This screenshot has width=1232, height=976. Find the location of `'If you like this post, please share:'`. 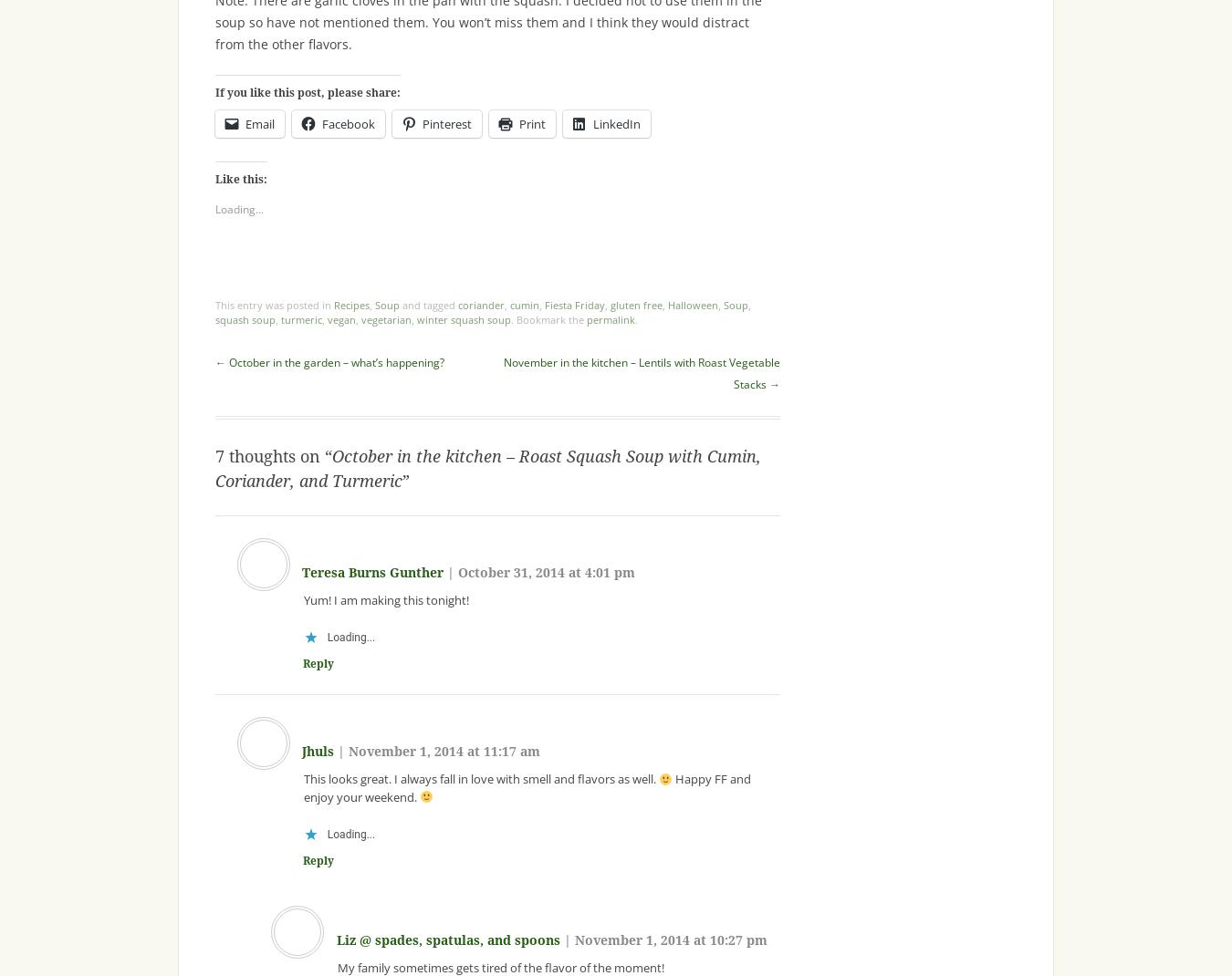

'If you like this post, please share:' is located at coordinates (307, 92).